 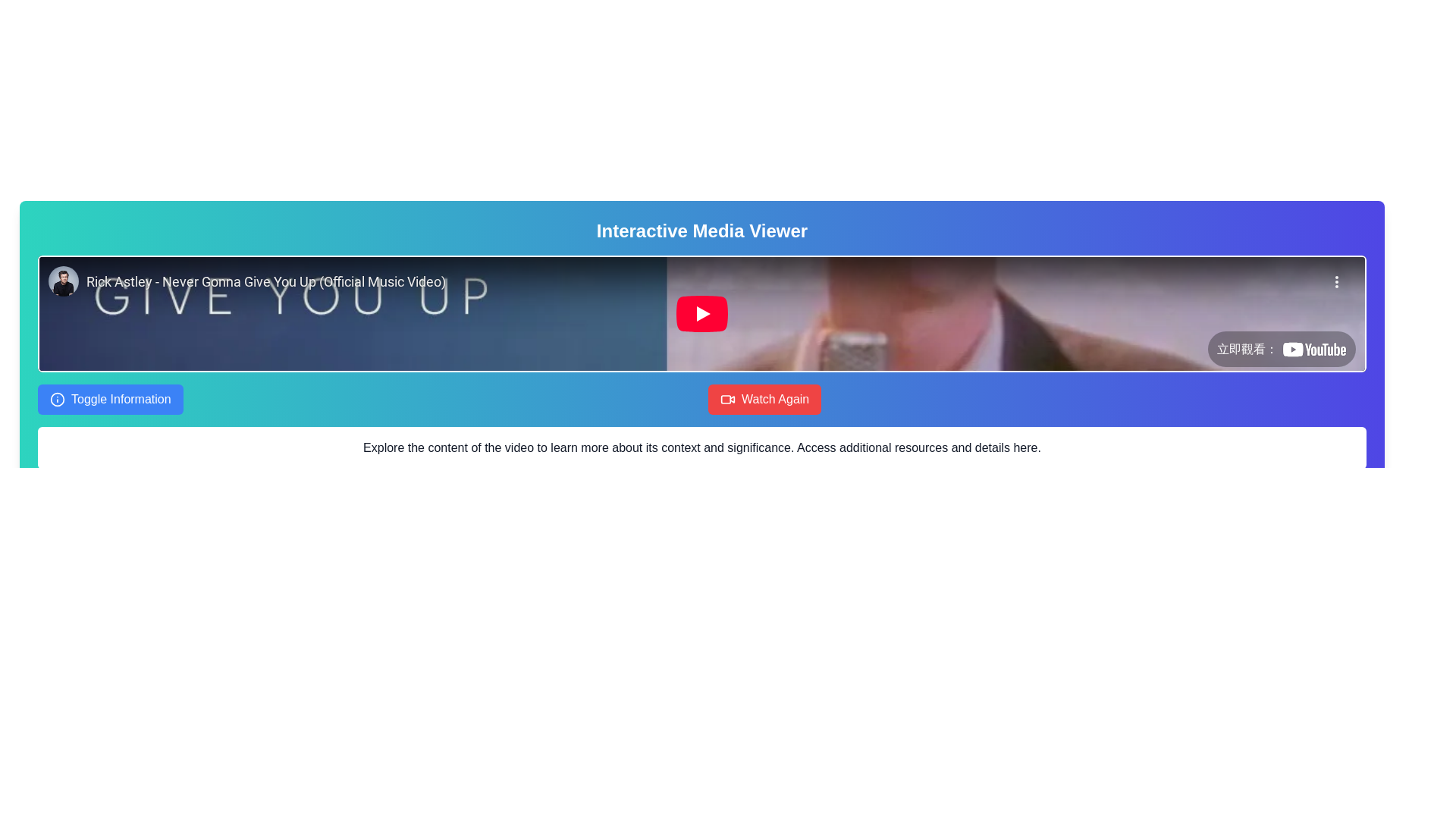 What do you see at coordinates (725, 399) in the screenshot?
I see `the rectangular Graphical Icon Component with rounded corners that has a border stroke, located within a video-related icon structure` at bounding box center [725, 399].